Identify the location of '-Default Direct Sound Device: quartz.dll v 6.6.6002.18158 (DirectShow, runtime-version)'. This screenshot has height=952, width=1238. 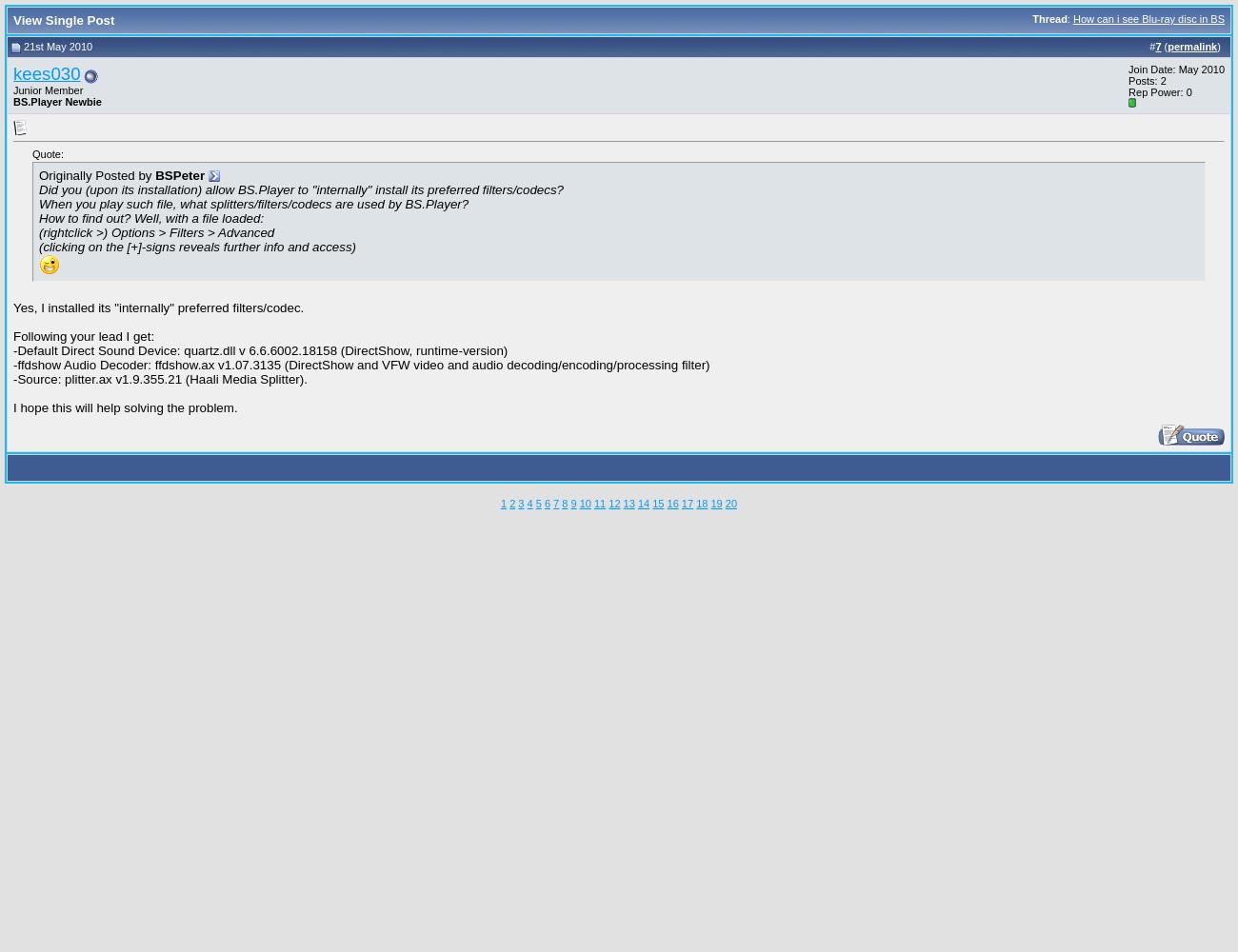
(260, 348).